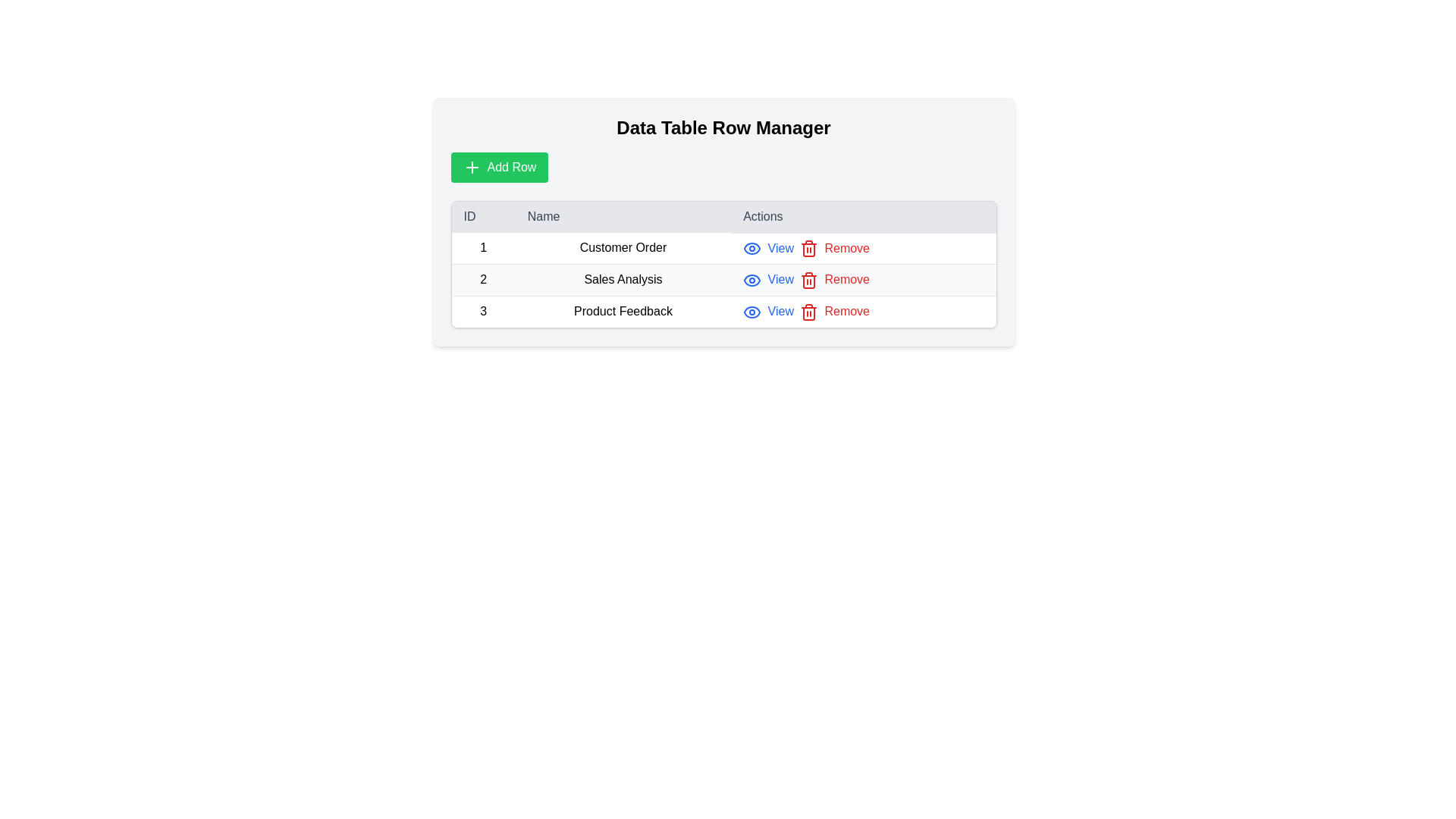  I want to click on text of the displayed labels in the Table Header Row, which is the first row within the data table located beneath the 'Add Row' button and the 'Data Table Row Manager' title, so click(723, 217).